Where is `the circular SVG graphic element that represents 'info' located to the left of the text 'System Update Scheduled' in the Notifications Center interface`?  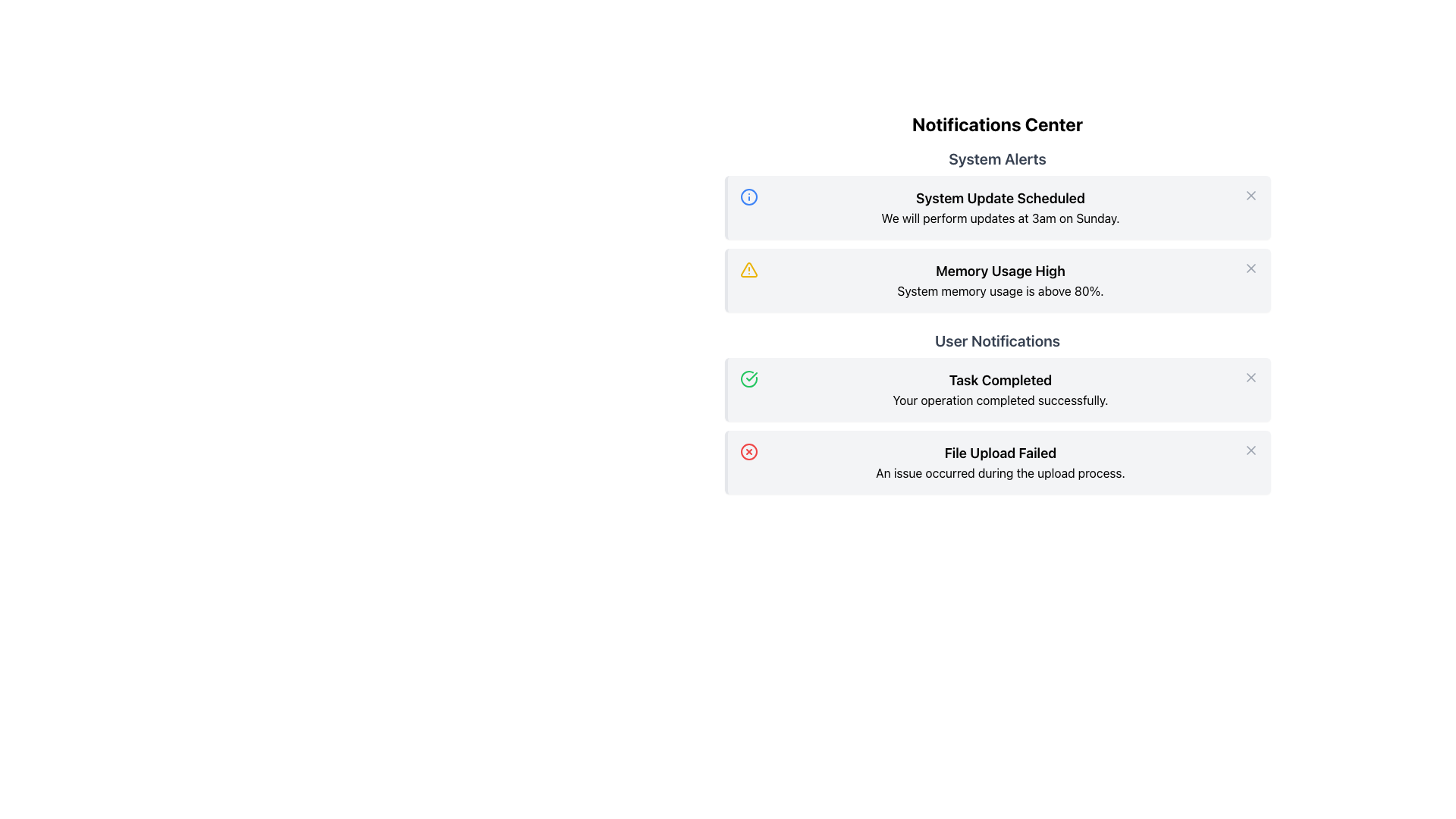 the circular SVG graphic element that represents 'info' located to the left of the text 'System Update Scheduled' in the Notifications Center interface is located at coordinates (748, 196).